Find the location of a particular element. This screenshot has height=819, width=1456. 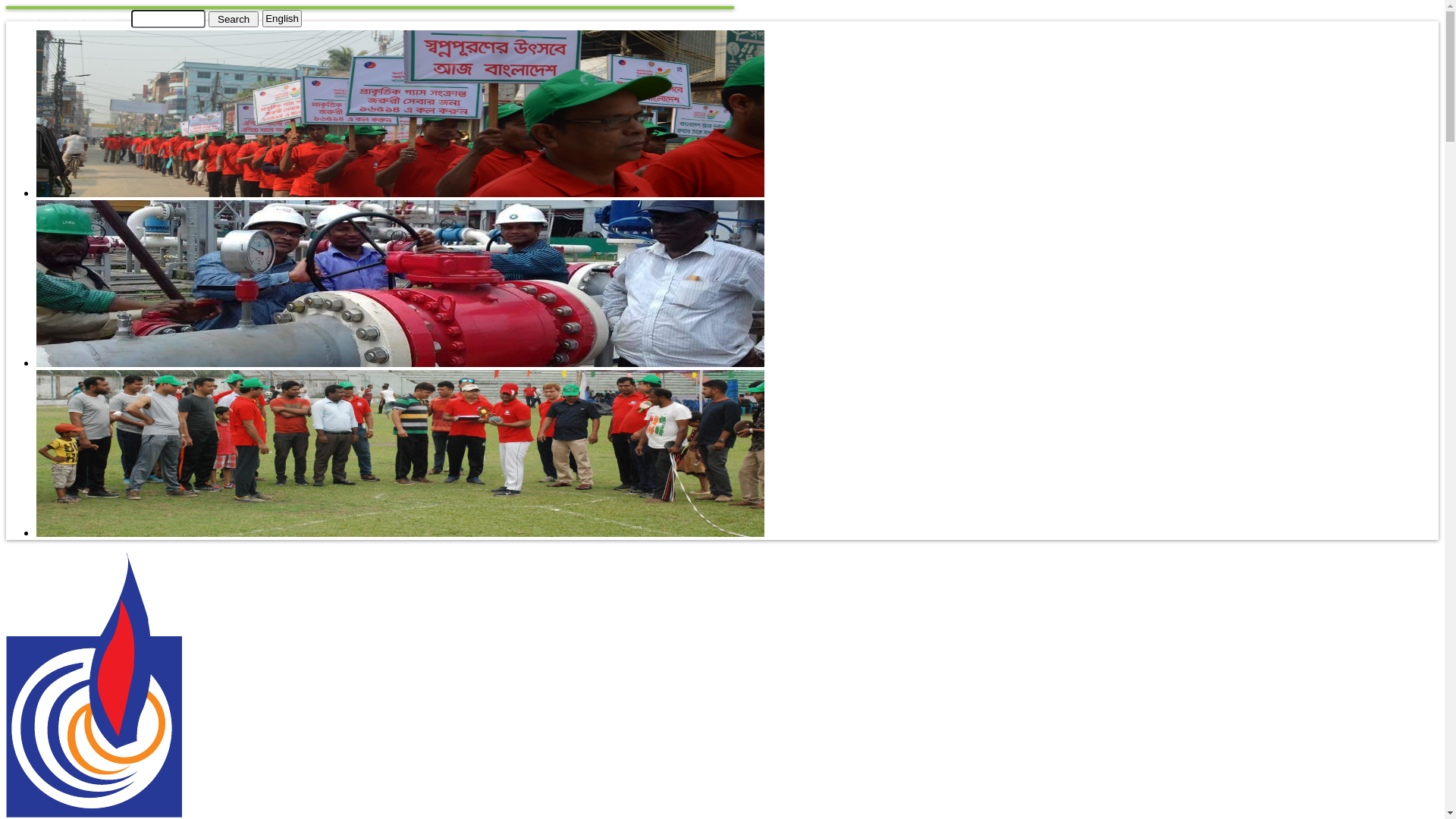

'Search' is located at coordinates (232, 18).